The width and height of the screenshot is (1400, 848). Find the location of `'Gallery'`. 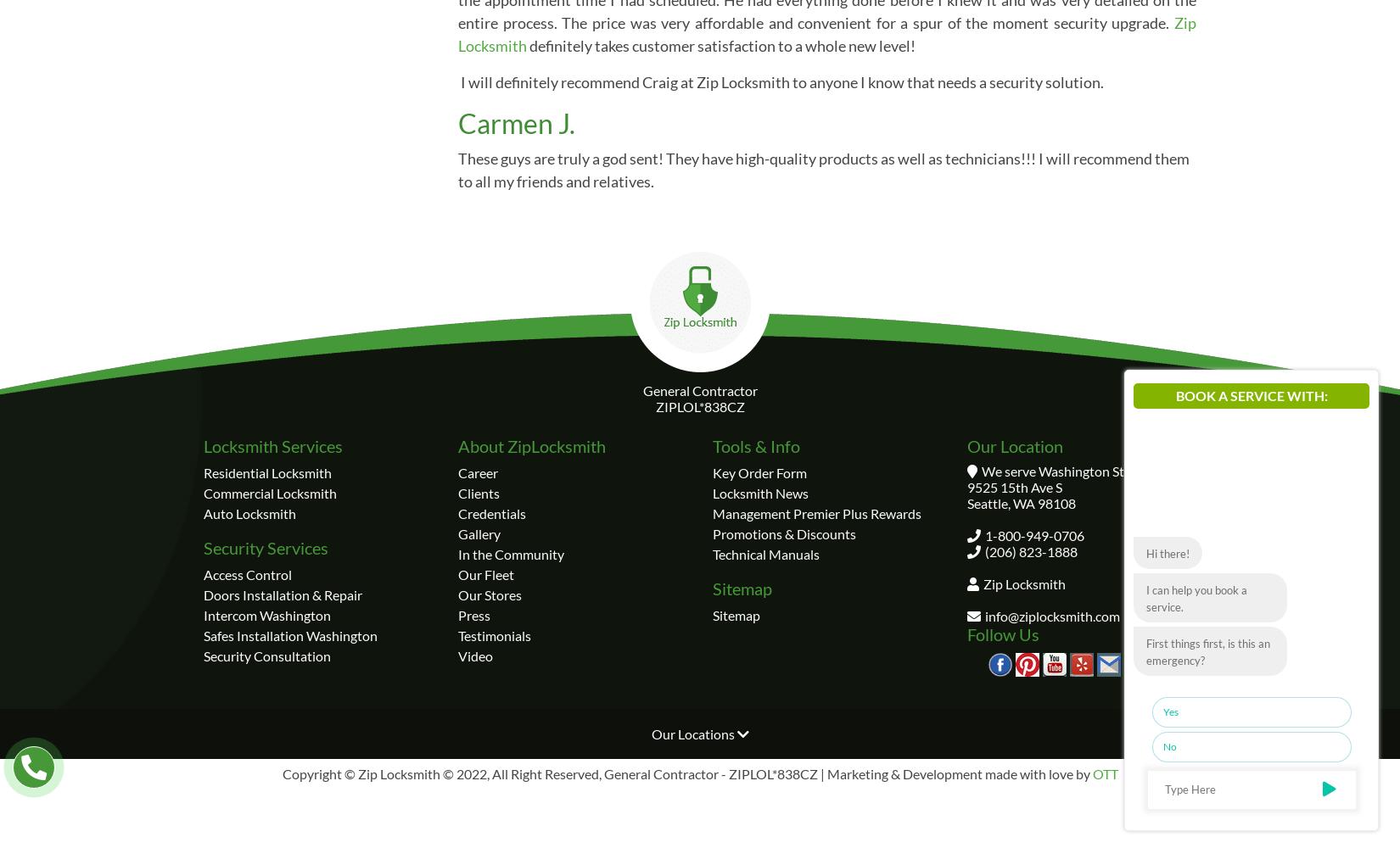

'Gallery' is located at coordinates (478, 533).